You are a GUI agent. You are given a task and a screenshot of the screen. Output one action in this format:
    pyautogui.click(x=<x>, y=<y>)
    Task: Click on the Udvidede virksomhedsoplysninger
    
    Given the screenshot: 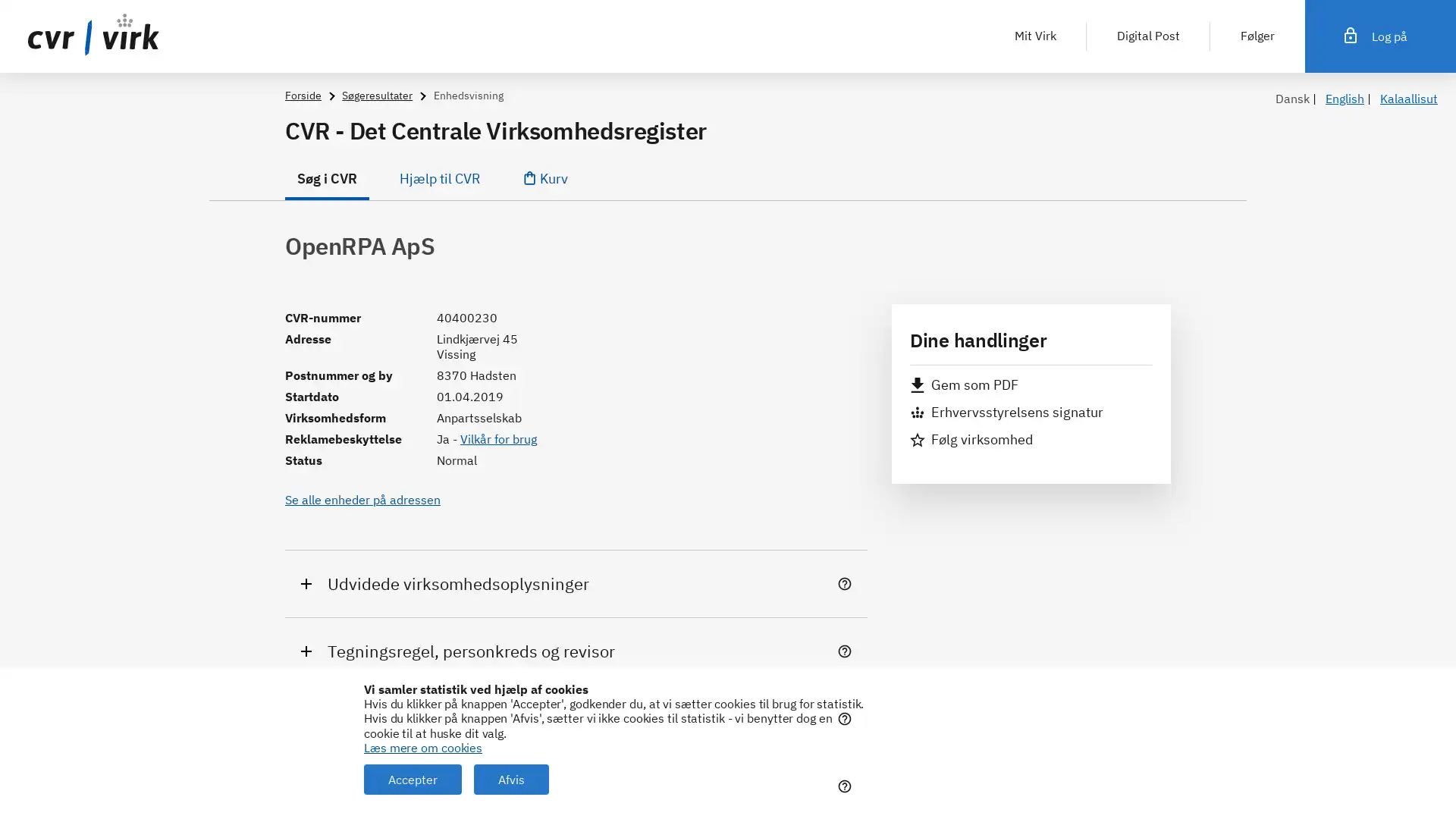 What is the action you would take?
    pyautogui.click(x=575, y=582)
    